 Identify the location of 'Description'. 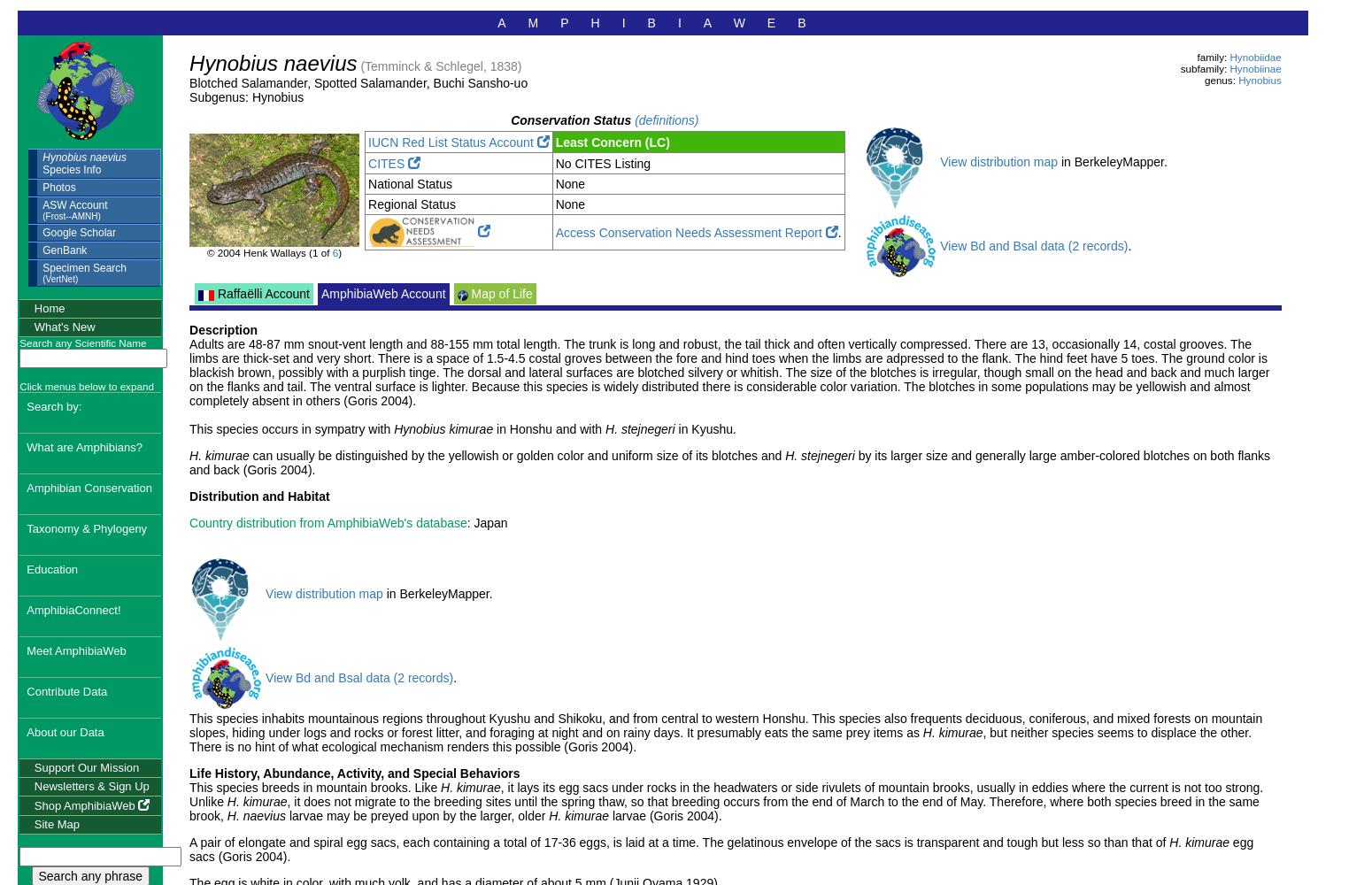
(189, 329).